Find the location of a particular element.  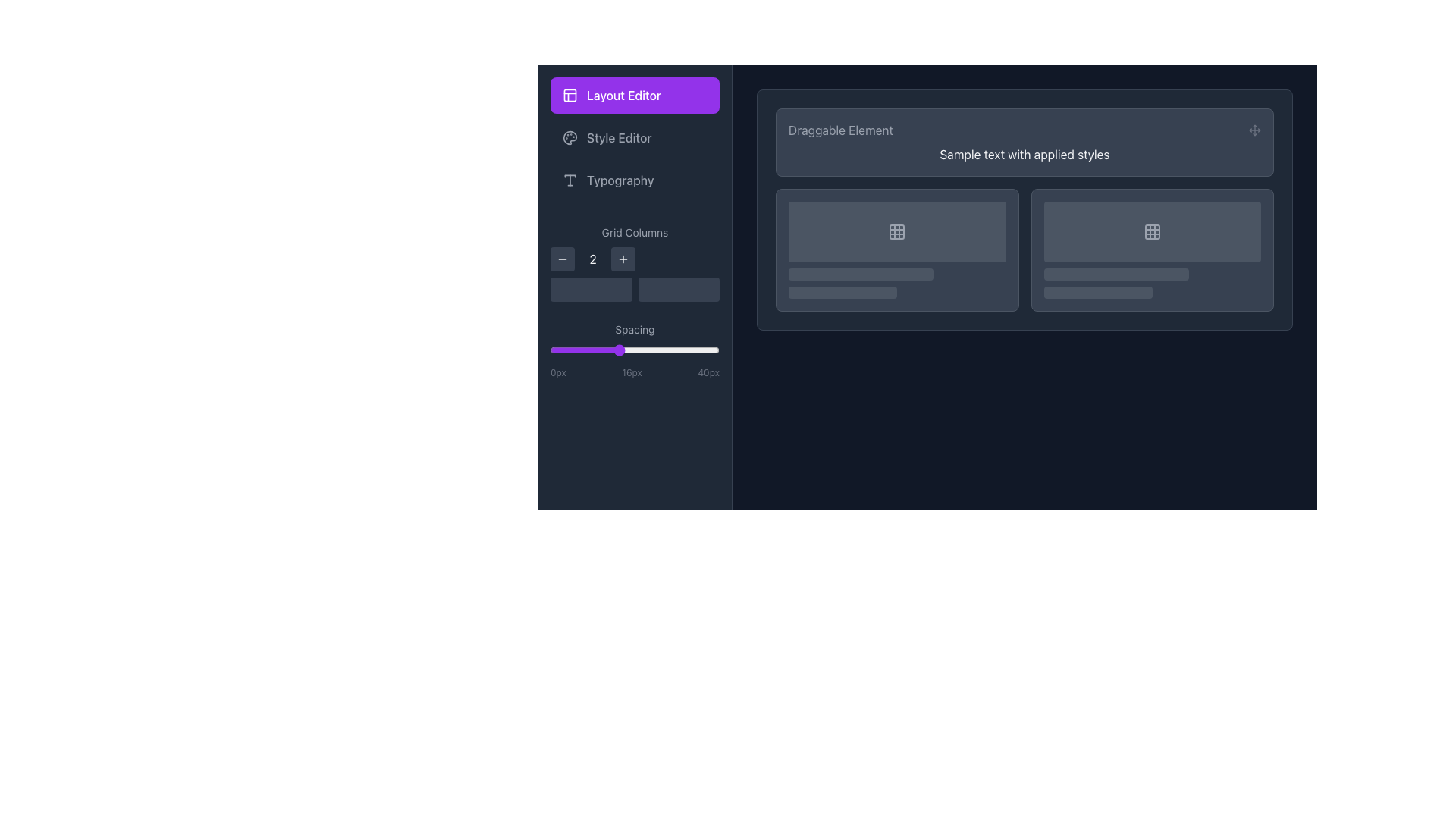

the label located centrally on the left sidebar, which directs the user to typography styles or settings, positioned to the right of a compact icon is located at coordinates (620, 180).